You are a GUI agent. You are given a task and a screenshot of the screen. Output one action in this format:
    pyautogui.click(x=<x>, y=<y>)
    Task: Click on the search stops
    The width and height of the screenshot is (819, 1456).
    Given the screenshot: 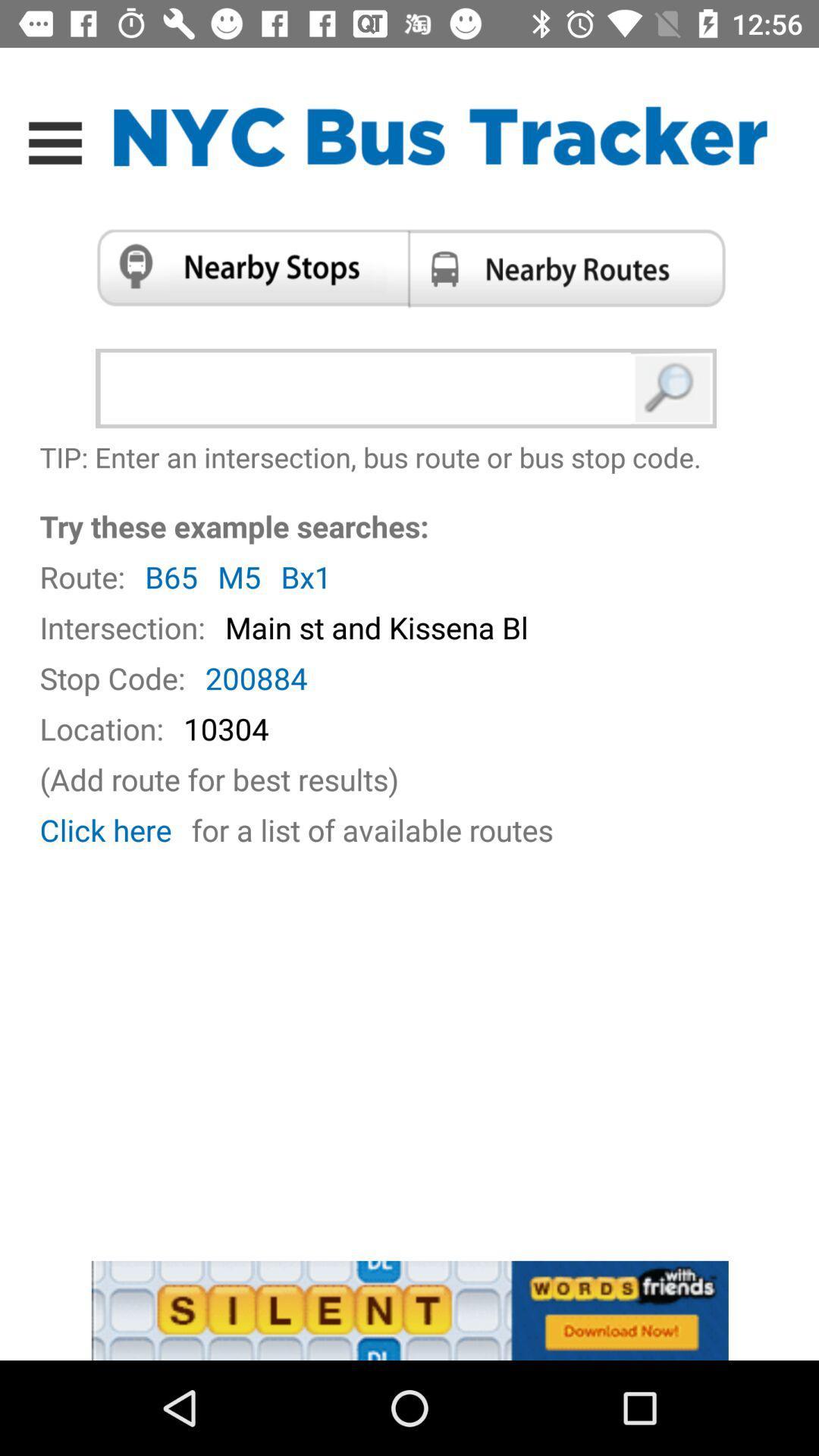 What is the action you would take?
    pyautogui.click(x=246, y=268)
    